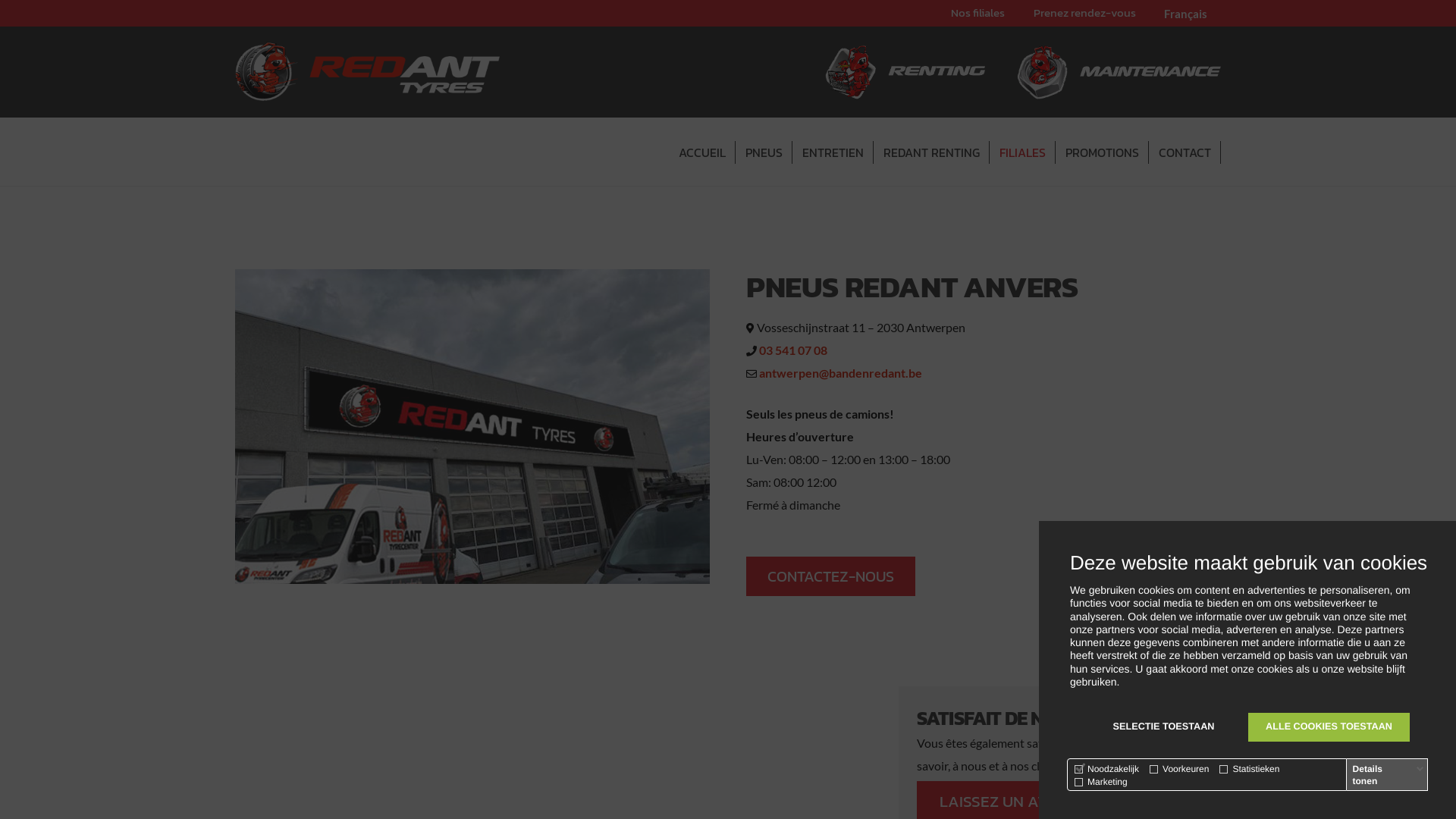 The height and width of the screenshot is (819, 1456). Describe the element at coordinates (1328, 726) in the screenshot. I see `'ALLE COOKIES TOESTAAN'` at that location.